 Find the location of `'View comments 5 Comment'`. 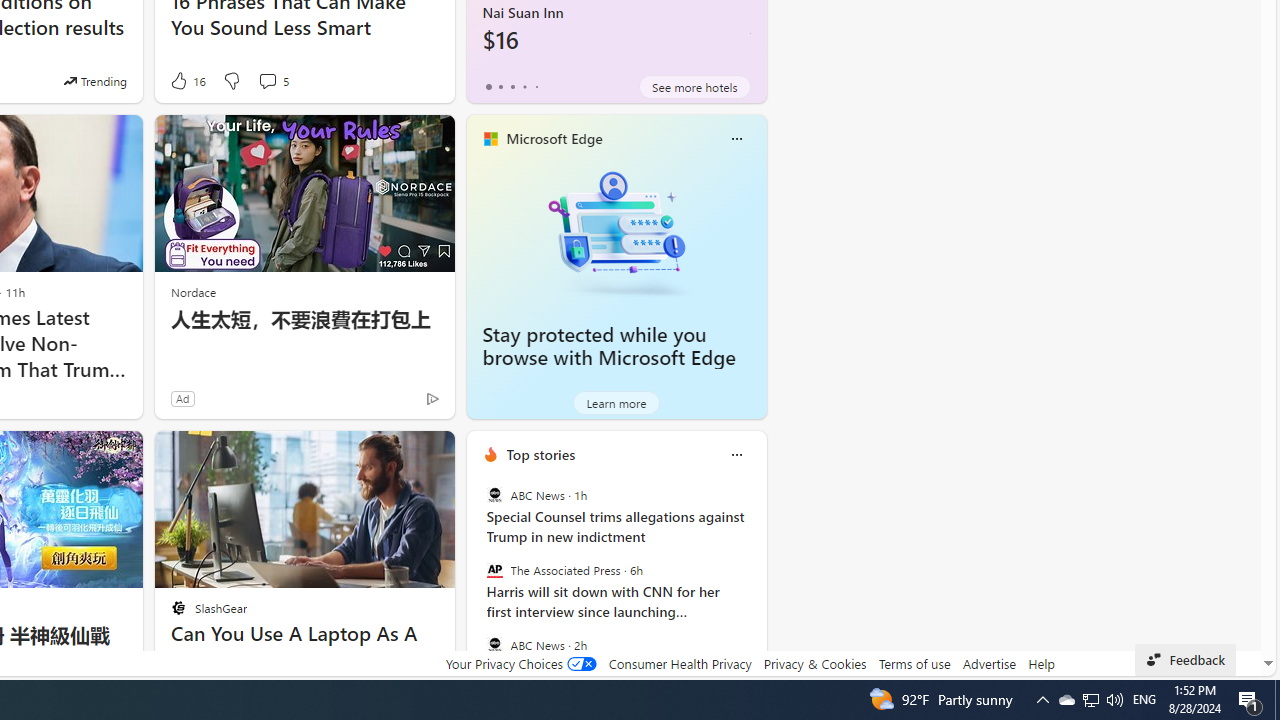

'View comments 5 Comment' is located at coordinates (272, 80).